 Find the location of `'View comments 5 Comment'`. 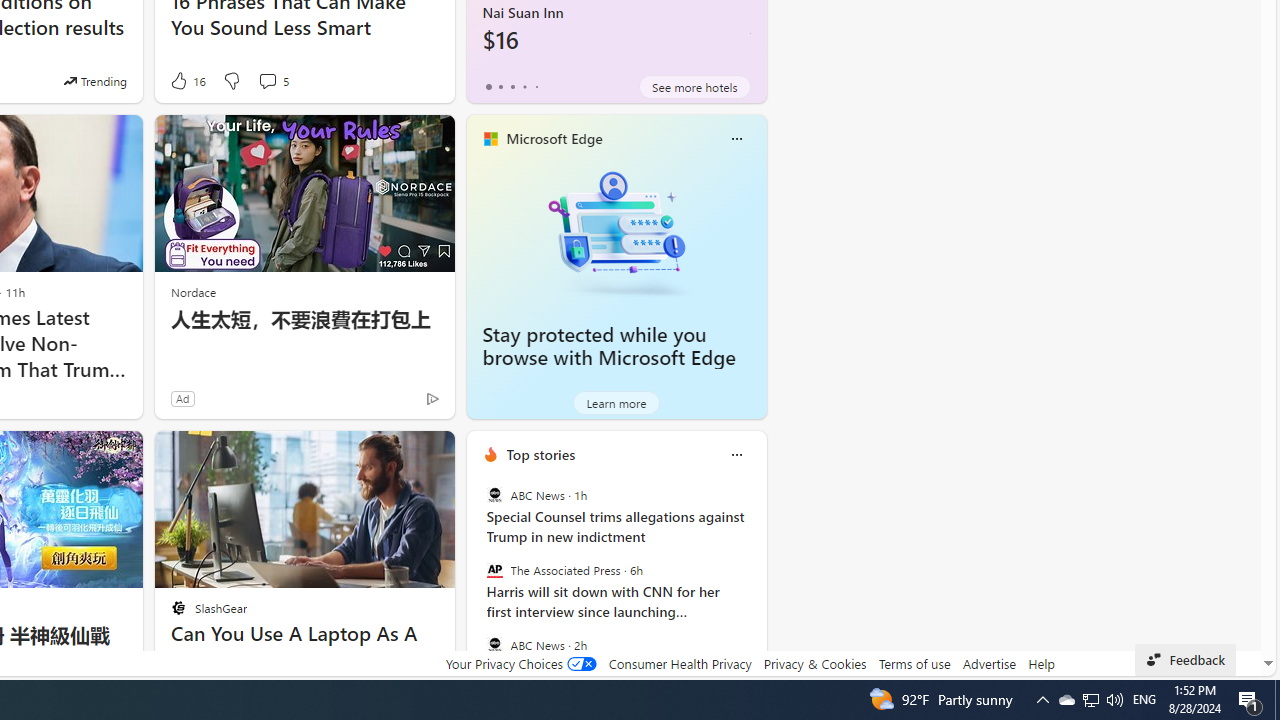

'View comments 5 Comment' is located at coordinates (272, 80).